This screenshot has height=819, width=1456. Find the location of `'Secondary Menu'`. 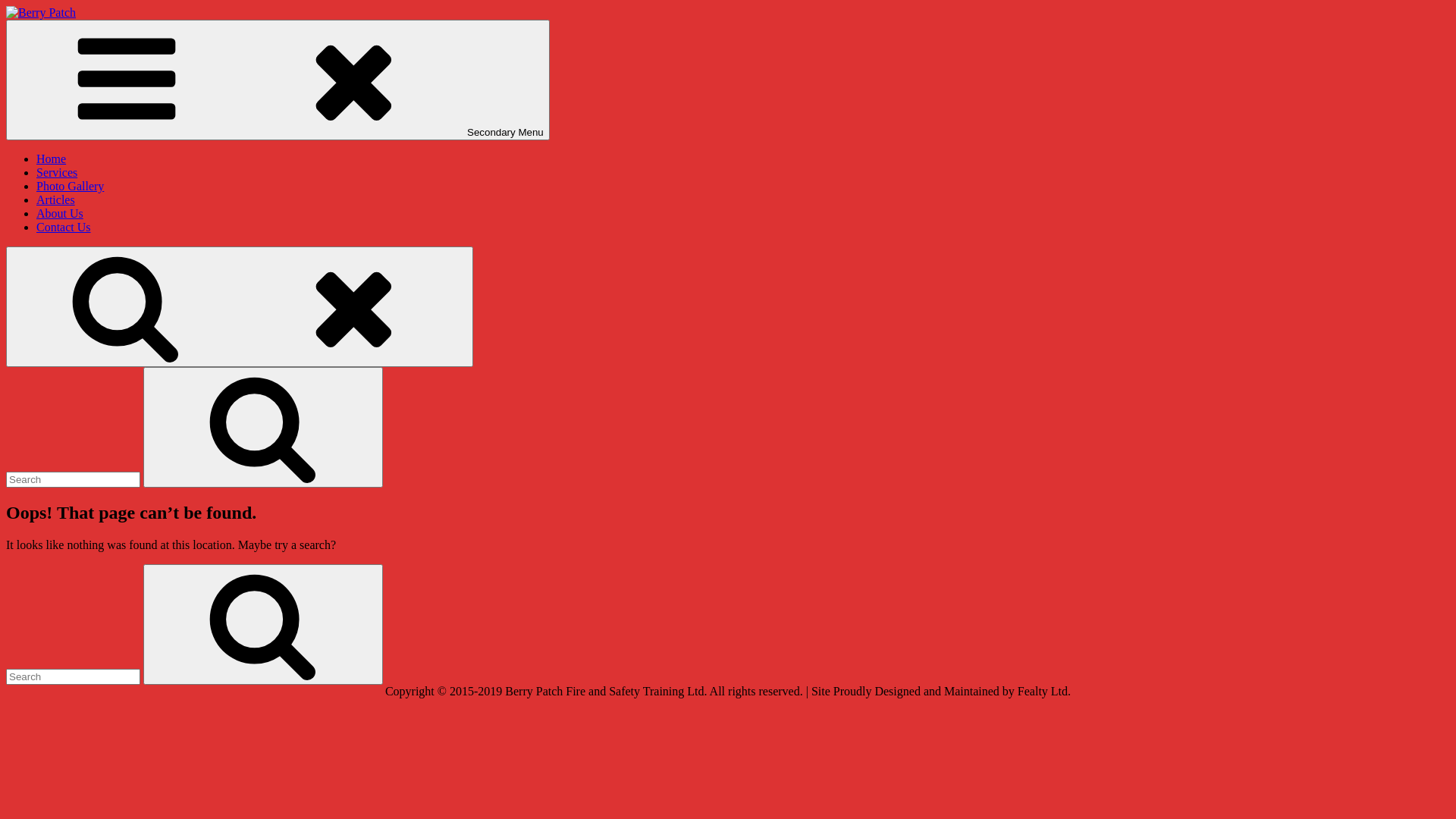

'Secondary Menu' is located at coordinates (278, 80).